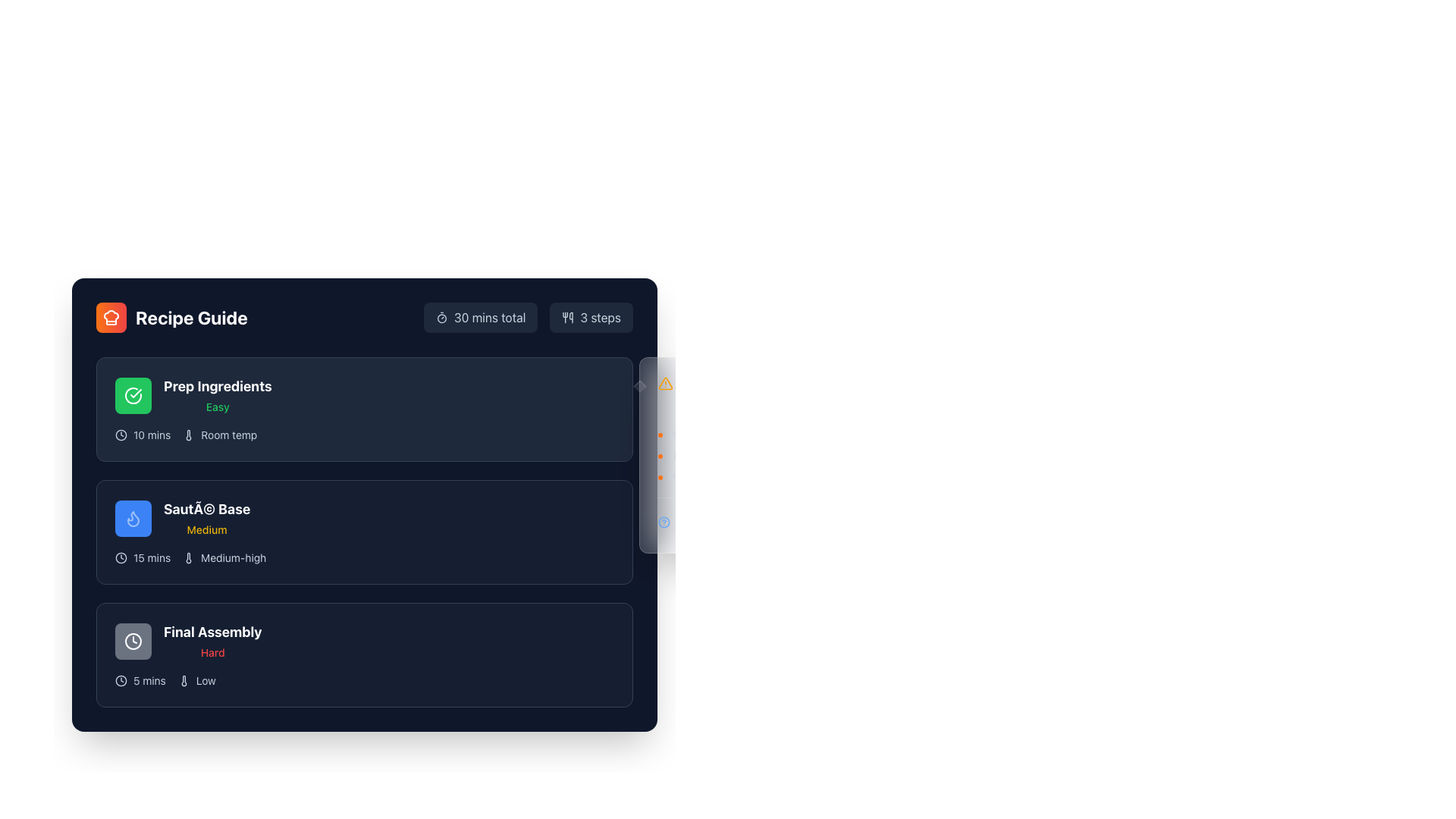 Image resolution: width=1456 pixels, height=819 pixels. What do you see at coordinates (133, 517) in the screenshot?
I see `the flame icon button representing the 'Sauté Base' step in the recipe guide` at bounding box center [133, 517].